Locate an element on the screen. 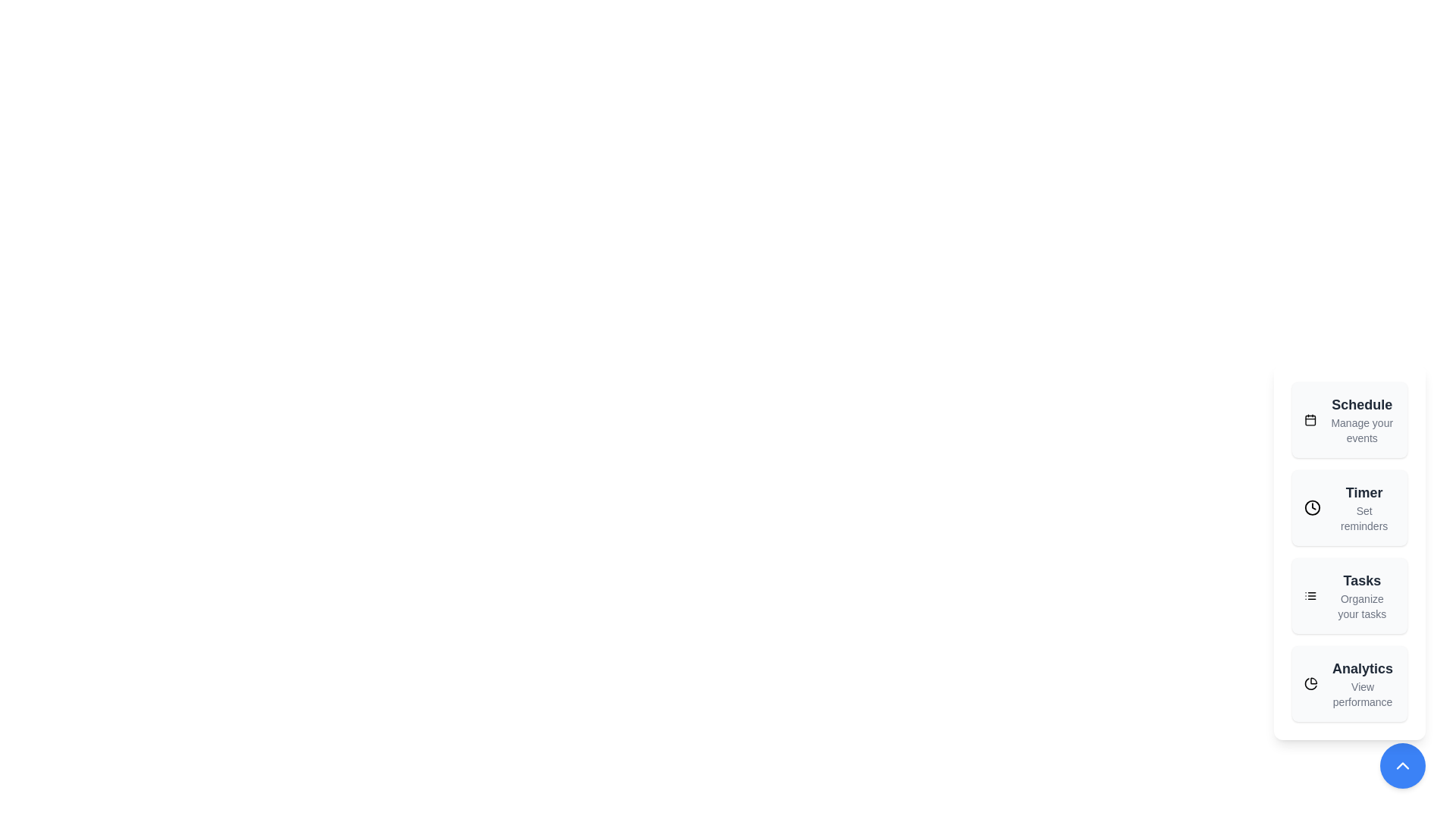  the toggle button to close the speed dial menu is located at coordinates (1401, 766).